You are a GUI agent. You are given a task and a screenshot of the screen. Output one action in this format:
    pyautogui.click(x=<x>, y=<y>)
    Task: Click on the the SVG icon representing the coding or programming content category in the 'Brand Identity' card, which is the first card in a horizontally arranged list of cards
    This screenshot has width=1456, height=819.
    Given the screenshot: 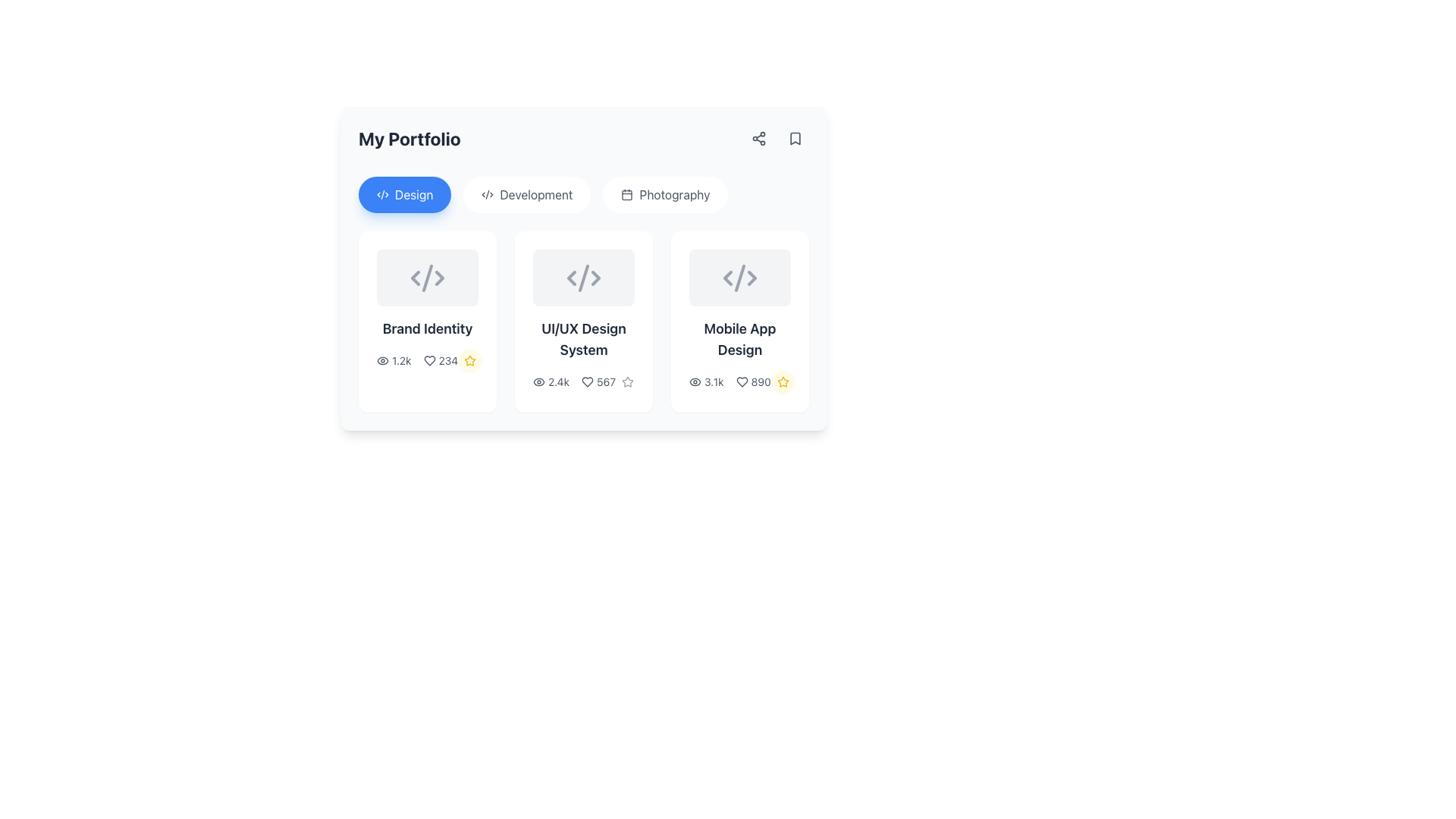 What is the action you would take?
    pyautogui.click(x=427, y=278)
    